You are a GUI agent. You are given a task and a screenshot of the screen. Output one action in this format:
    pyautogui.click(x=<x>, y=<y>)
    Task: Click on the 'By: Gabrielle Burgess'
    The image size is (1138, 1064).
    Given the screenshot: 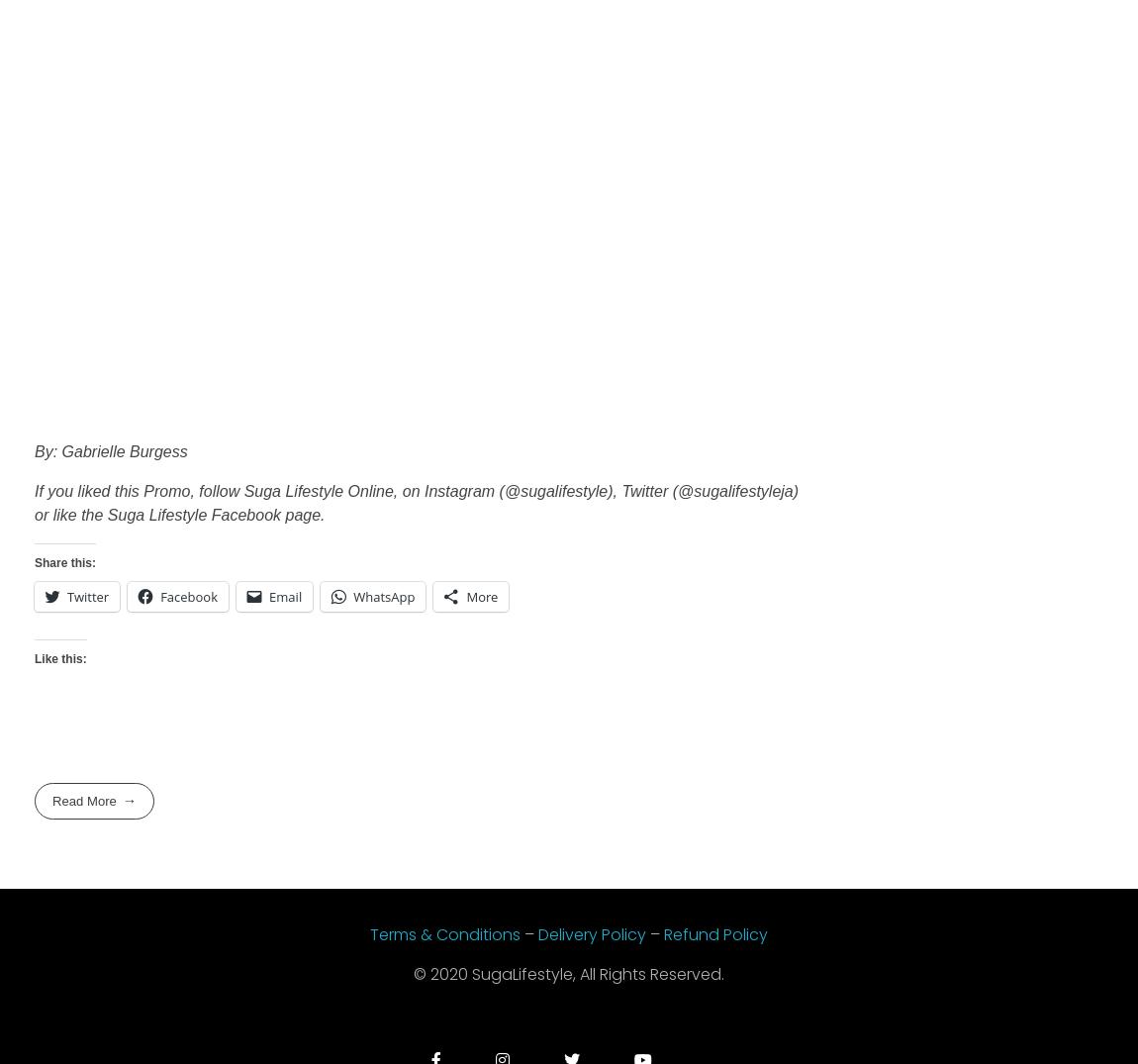 What is the action you would take?
    pyautogui.click(x=33, y=450)
    